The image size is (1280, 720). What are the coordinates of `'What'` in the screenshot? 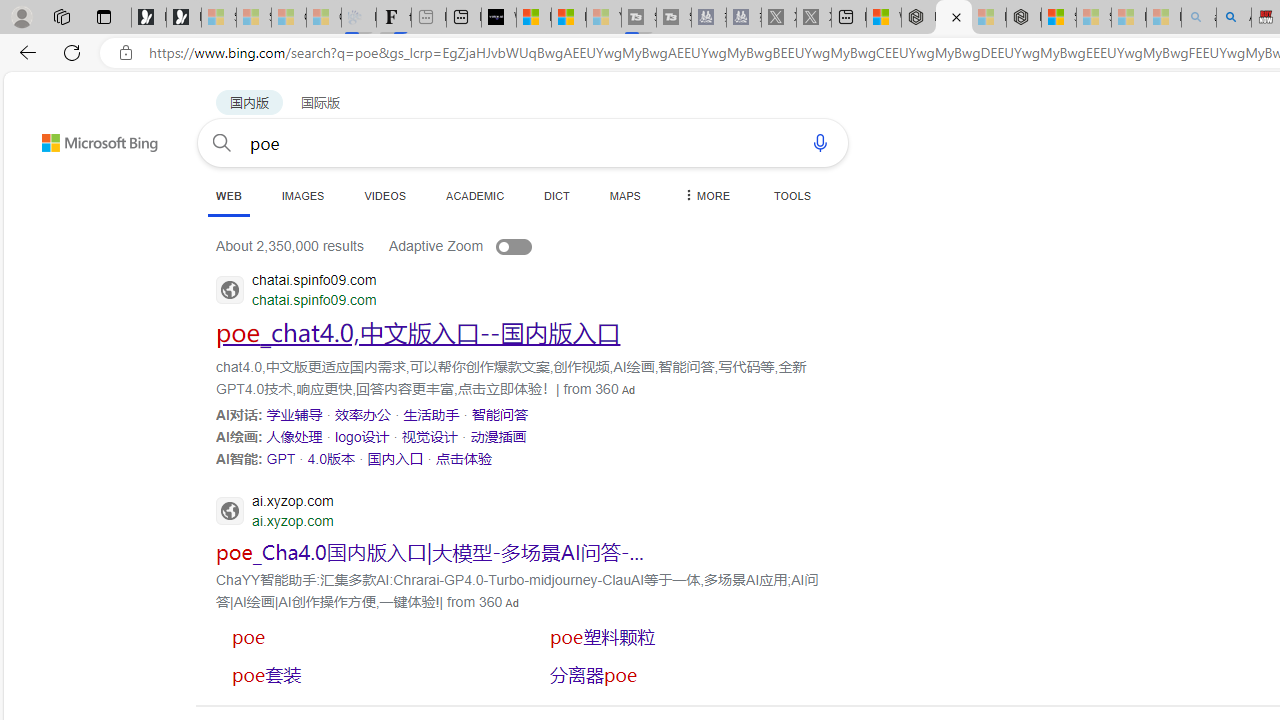 It's located at (499, 17).